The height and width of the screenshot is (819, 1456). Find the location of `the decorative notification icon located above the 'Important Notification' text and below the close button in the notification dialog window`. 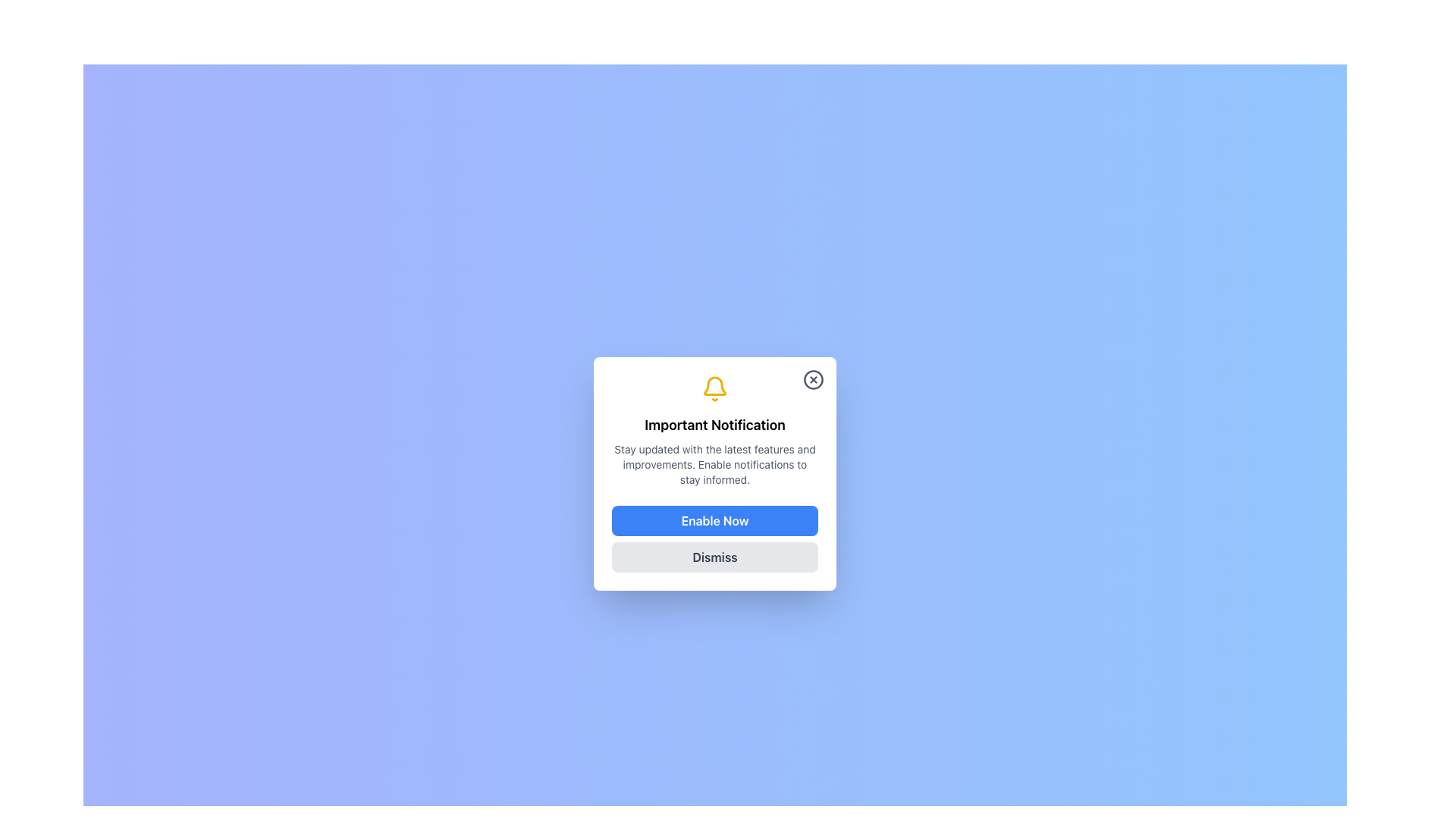

the decorative notification icon located above the 'Important Notification' text and below the close button in the notification dialog window is located at coordinates (714, 385).